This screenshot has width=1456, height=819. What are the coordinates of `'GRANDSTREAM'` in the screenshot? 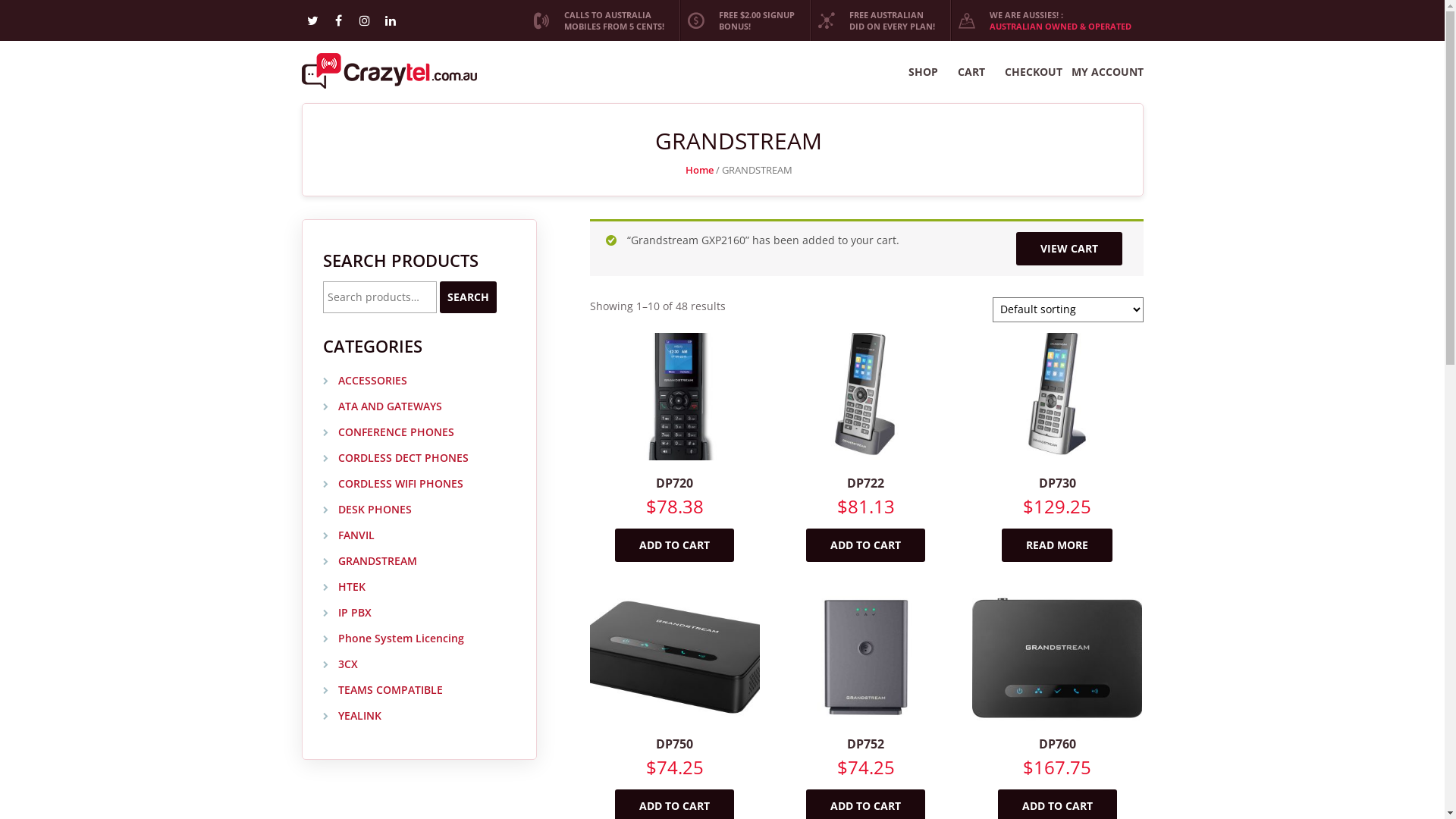 It's located at (370, 561).